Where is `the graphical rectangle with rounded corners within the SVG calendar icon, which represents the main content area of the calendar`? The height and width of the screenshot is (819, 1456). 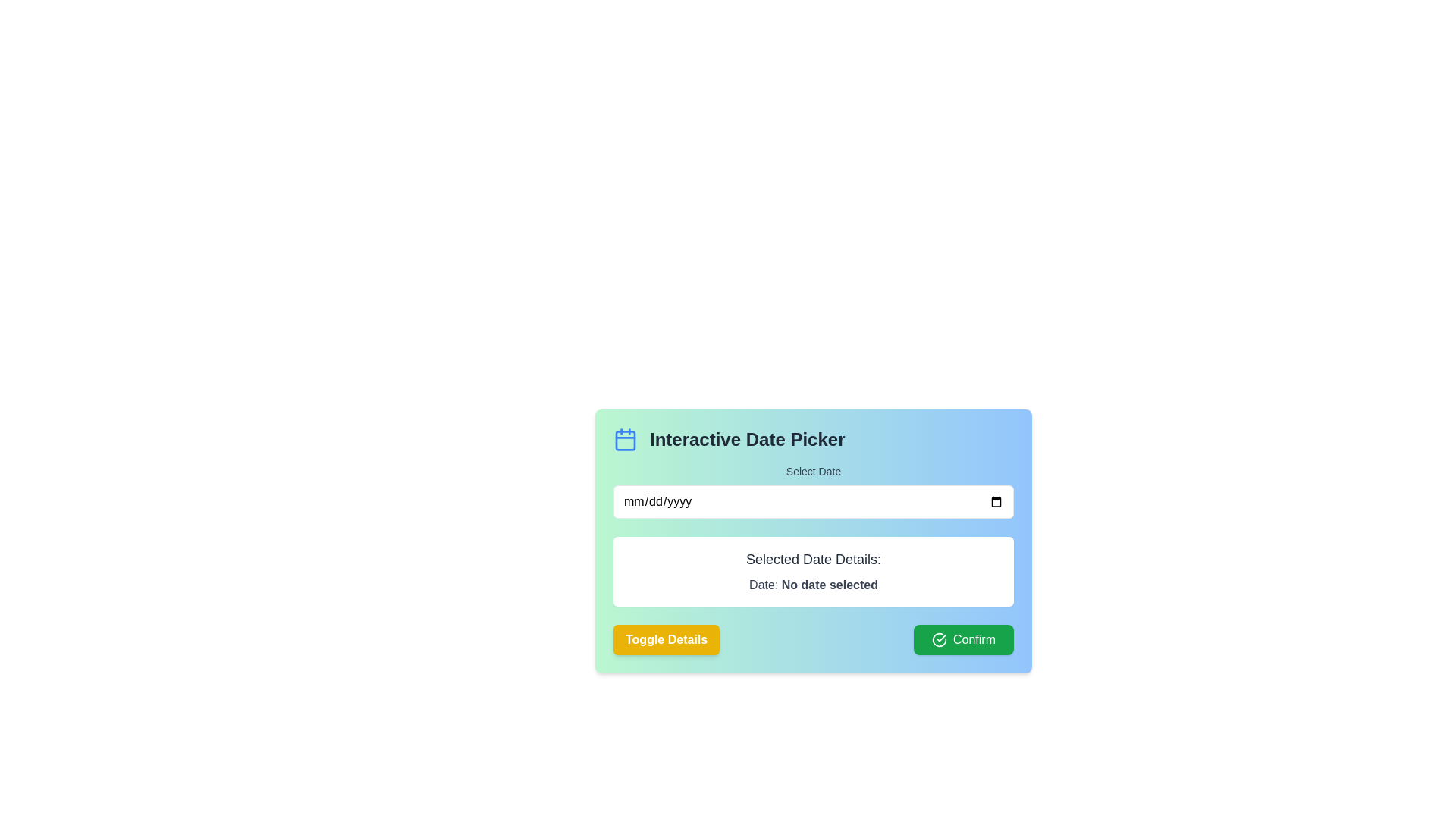
the graphical rectangle with rounded corners within the SVG calendar icon, which represents the main content area of the calendar is located at coordinates (626, 441).